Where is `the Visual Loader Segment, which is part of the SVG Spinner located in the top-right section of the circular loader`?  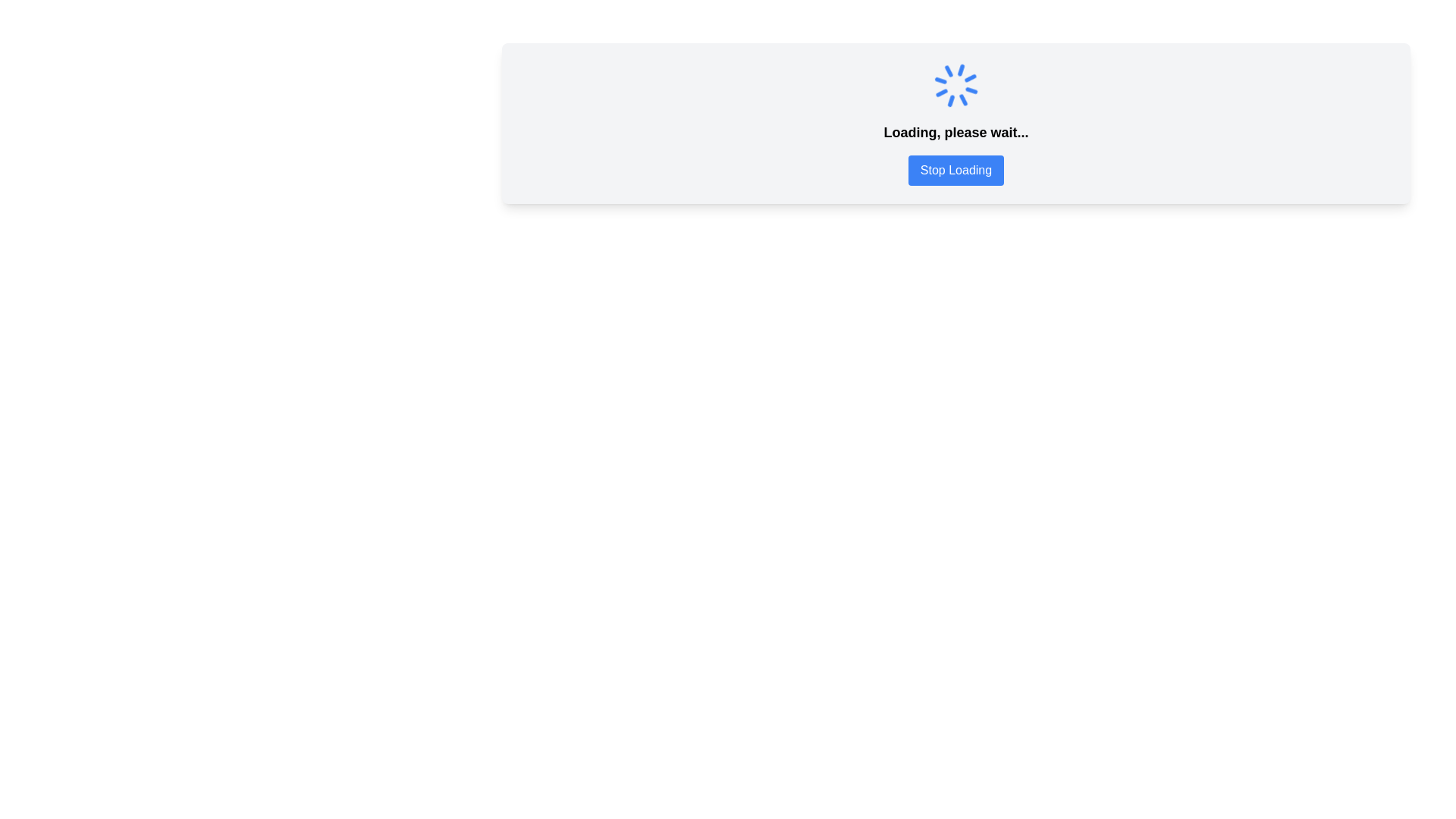
the Visual Loader Segment, which is part of the SVG Spinner located in the top-right section of the circular loader is located at coordinates (971, 91).